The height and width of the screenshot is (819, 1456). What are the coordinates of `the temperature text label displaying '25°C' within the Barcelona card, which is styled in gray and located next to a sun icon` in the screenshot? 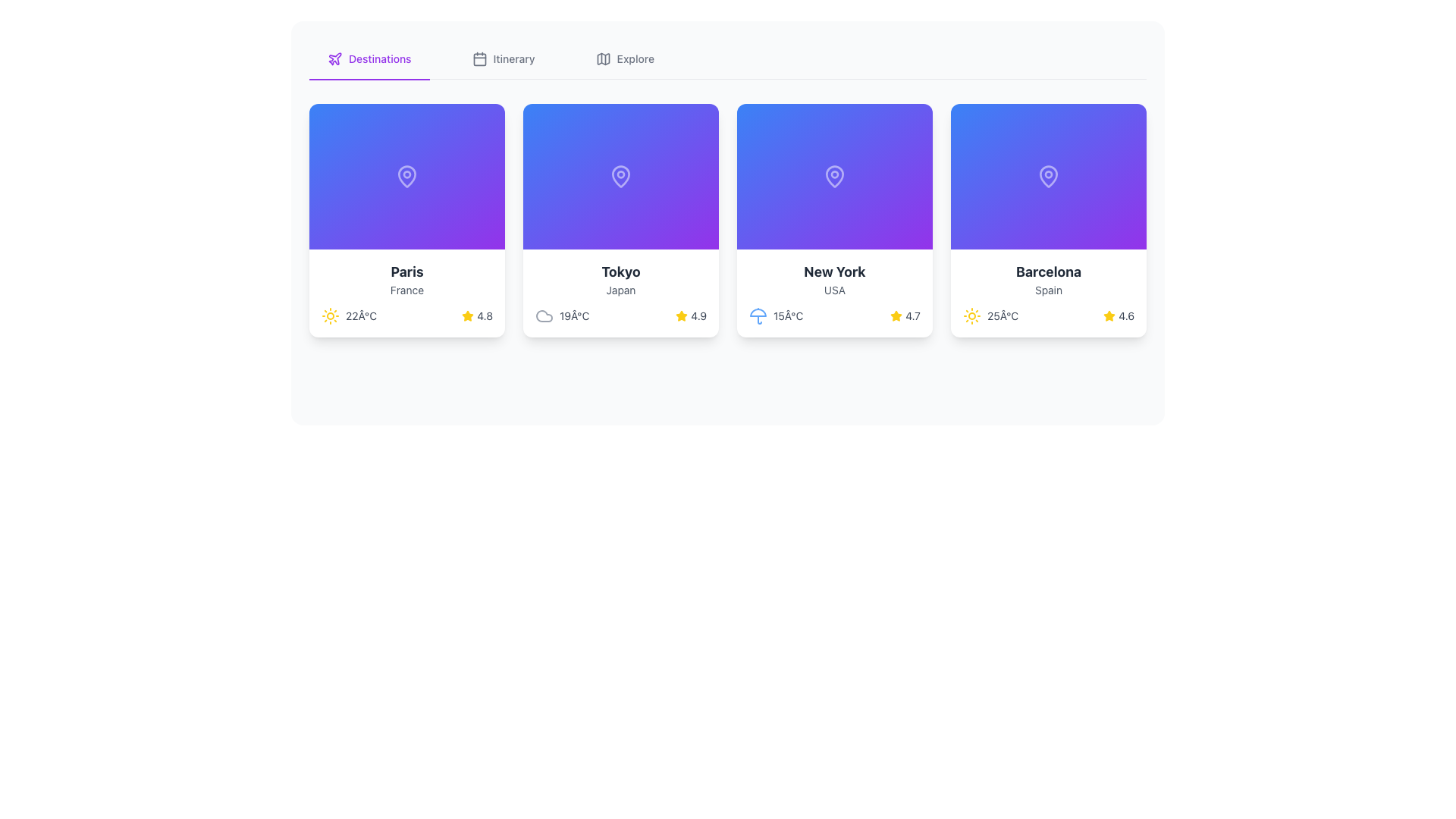 It's located at (1003, 315).